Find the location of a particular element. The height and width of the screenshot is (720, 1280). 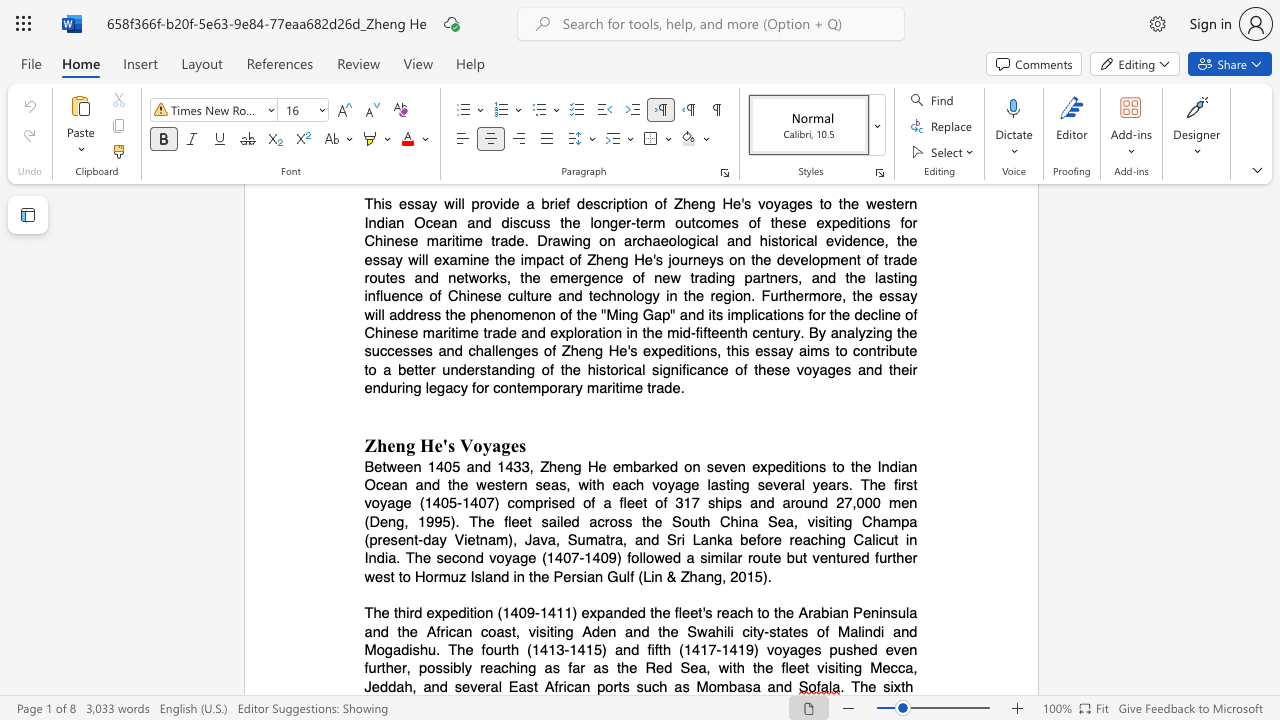

the subset text "he sixt" within the text ". The sixth" is located at coordinates (860, 685).